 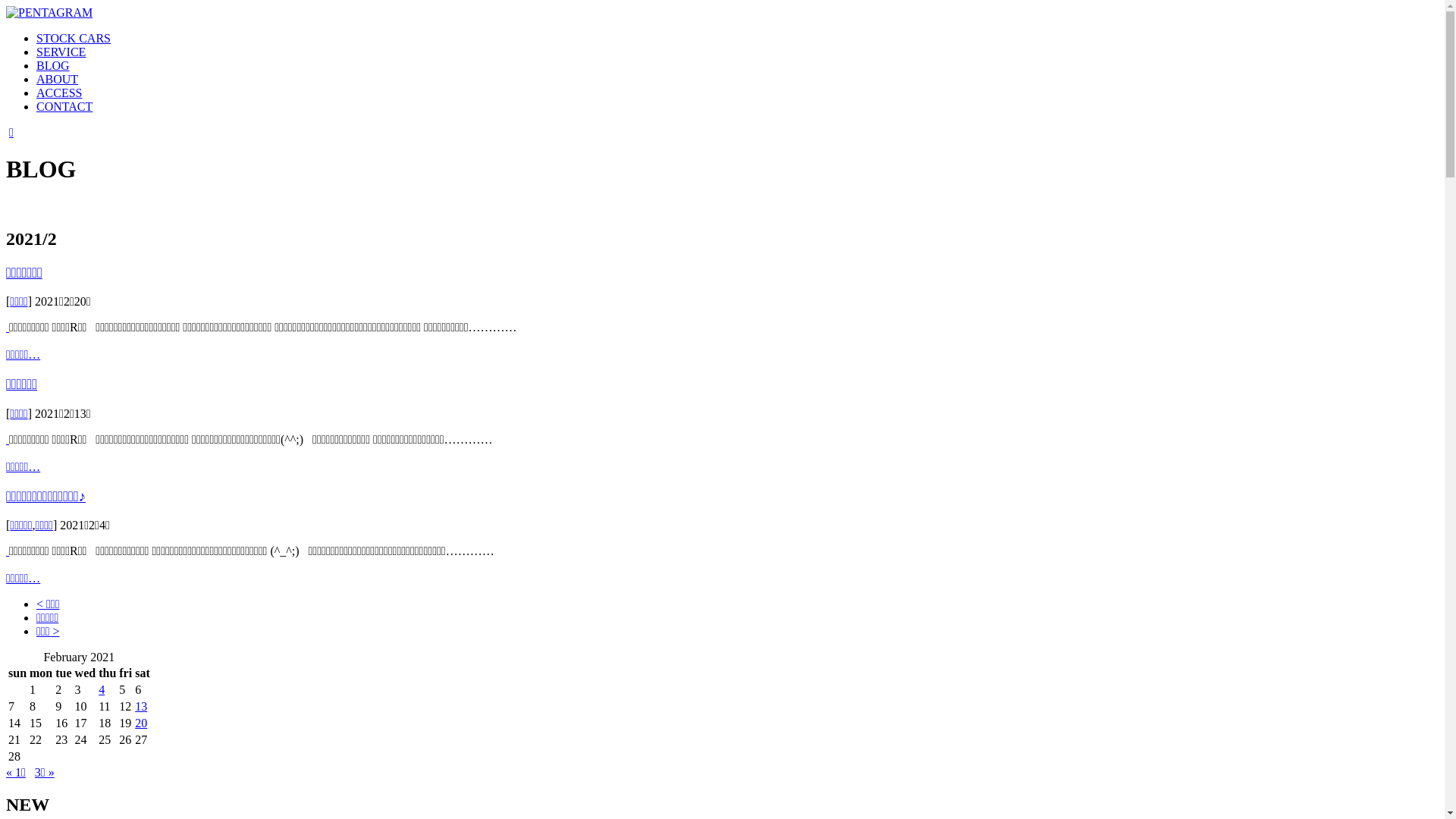 I want to click on 'ACCESS', so click(x=58, y=93).